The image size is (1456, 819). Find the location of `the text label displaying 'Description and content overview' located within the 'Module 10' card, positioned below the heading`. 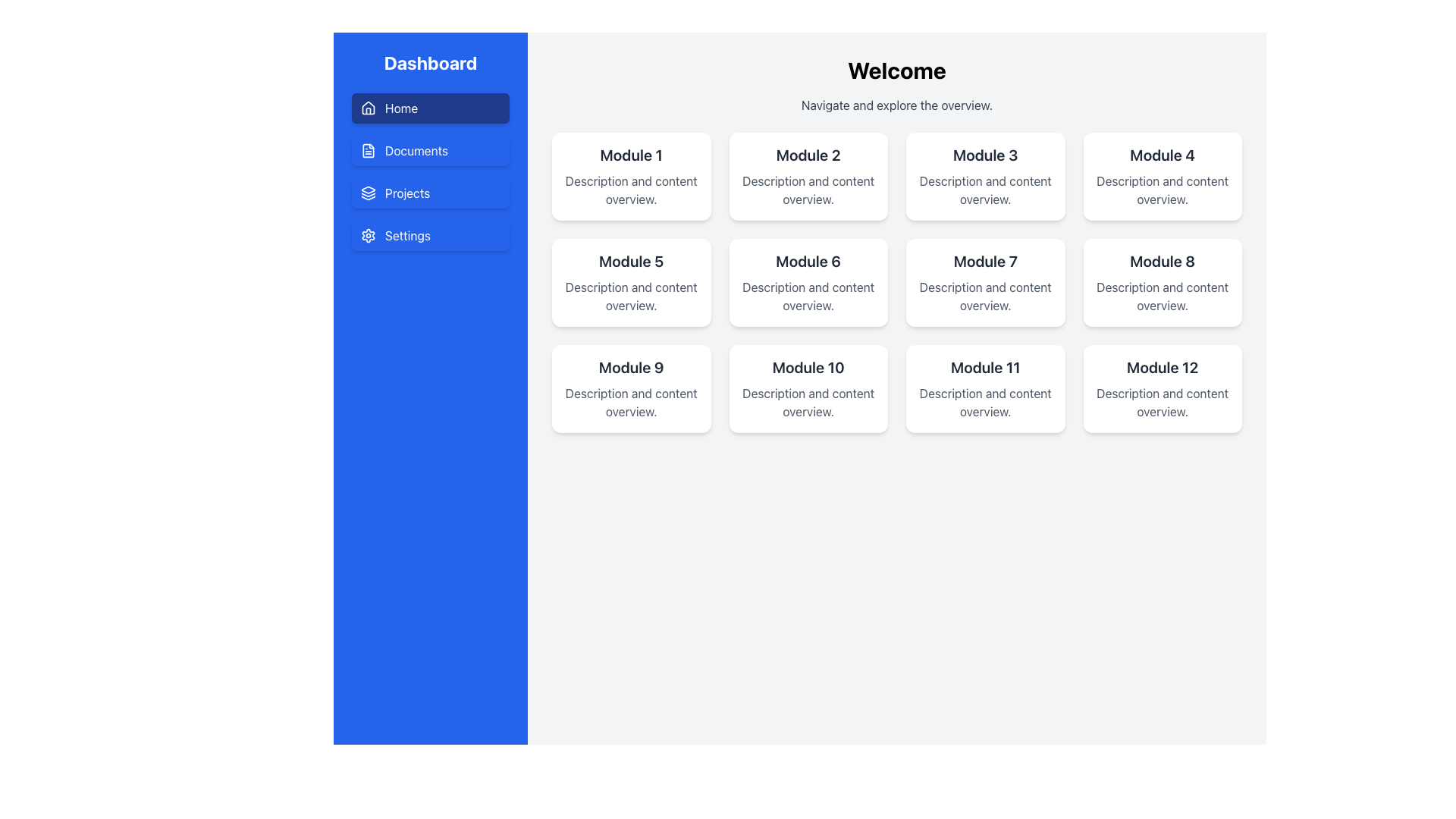

the text label displaying 'Description and content overview' located within the 'Module 10' card, positioned below the heading is located at coordinates (808, 402).